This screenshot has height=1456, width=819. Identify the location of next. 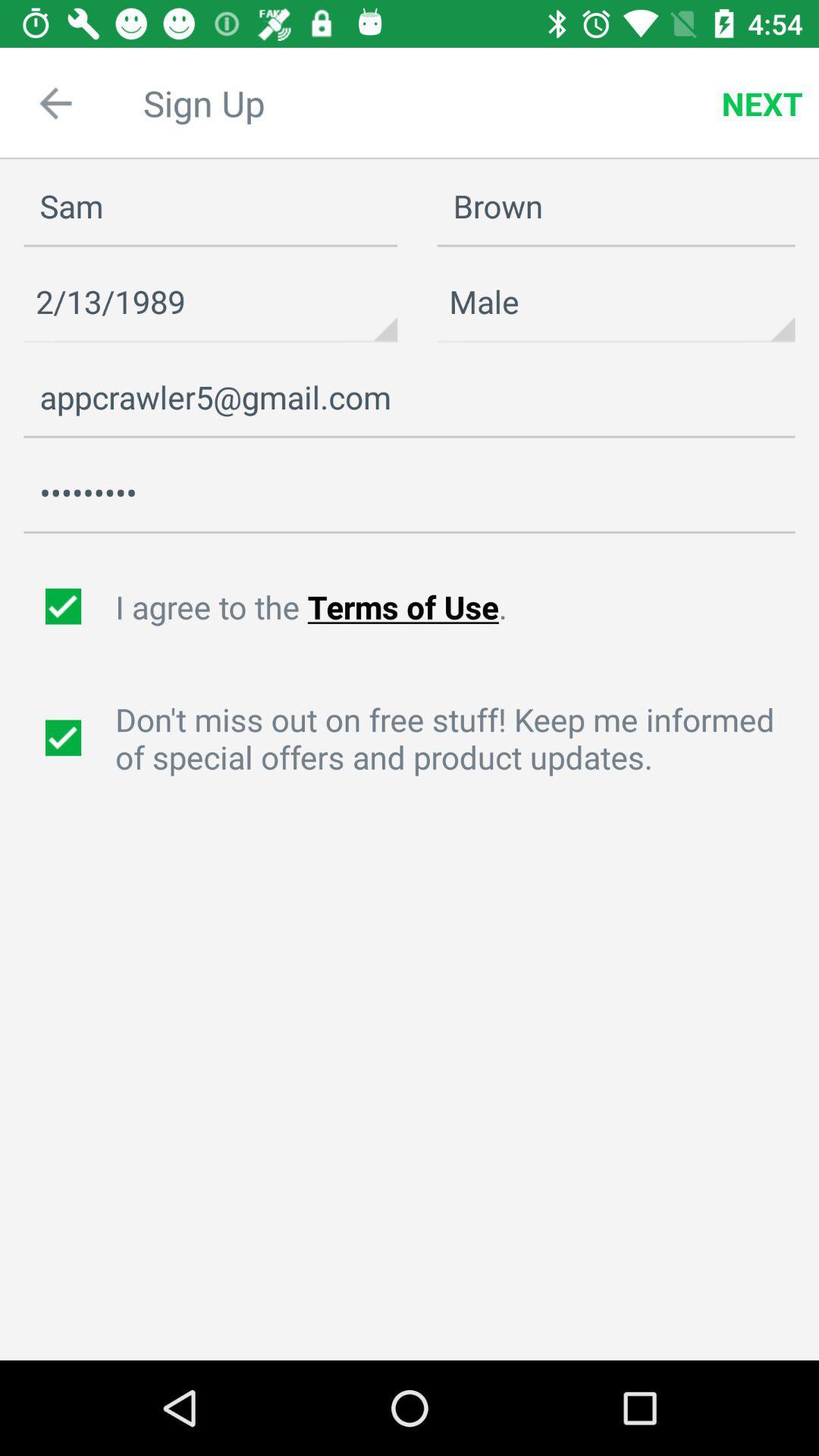
(762, 102).